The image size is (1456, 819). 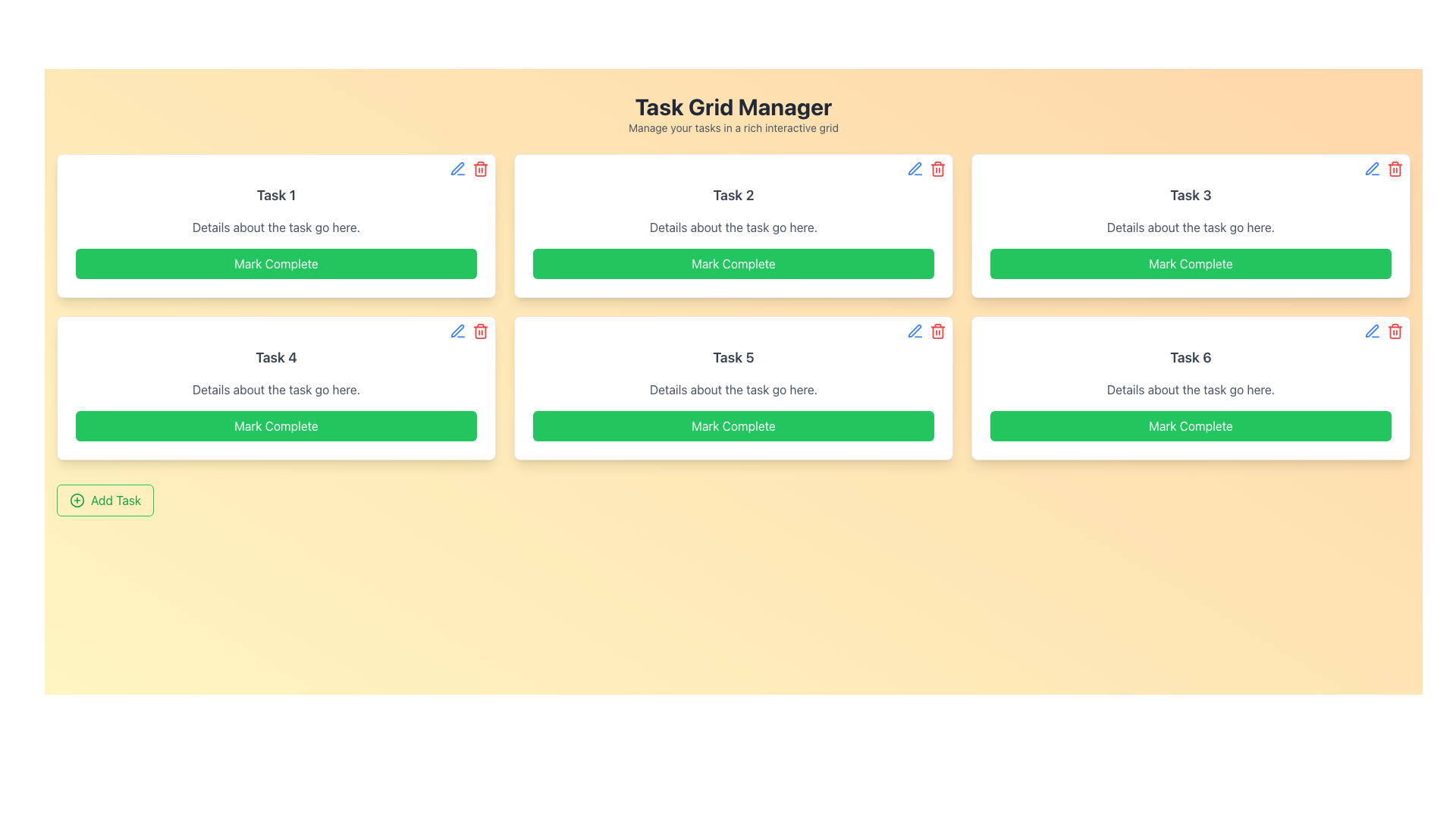 I want to click on the red trashcan icon button located in the top-right corner of the task card, so click(x=479, y=330).